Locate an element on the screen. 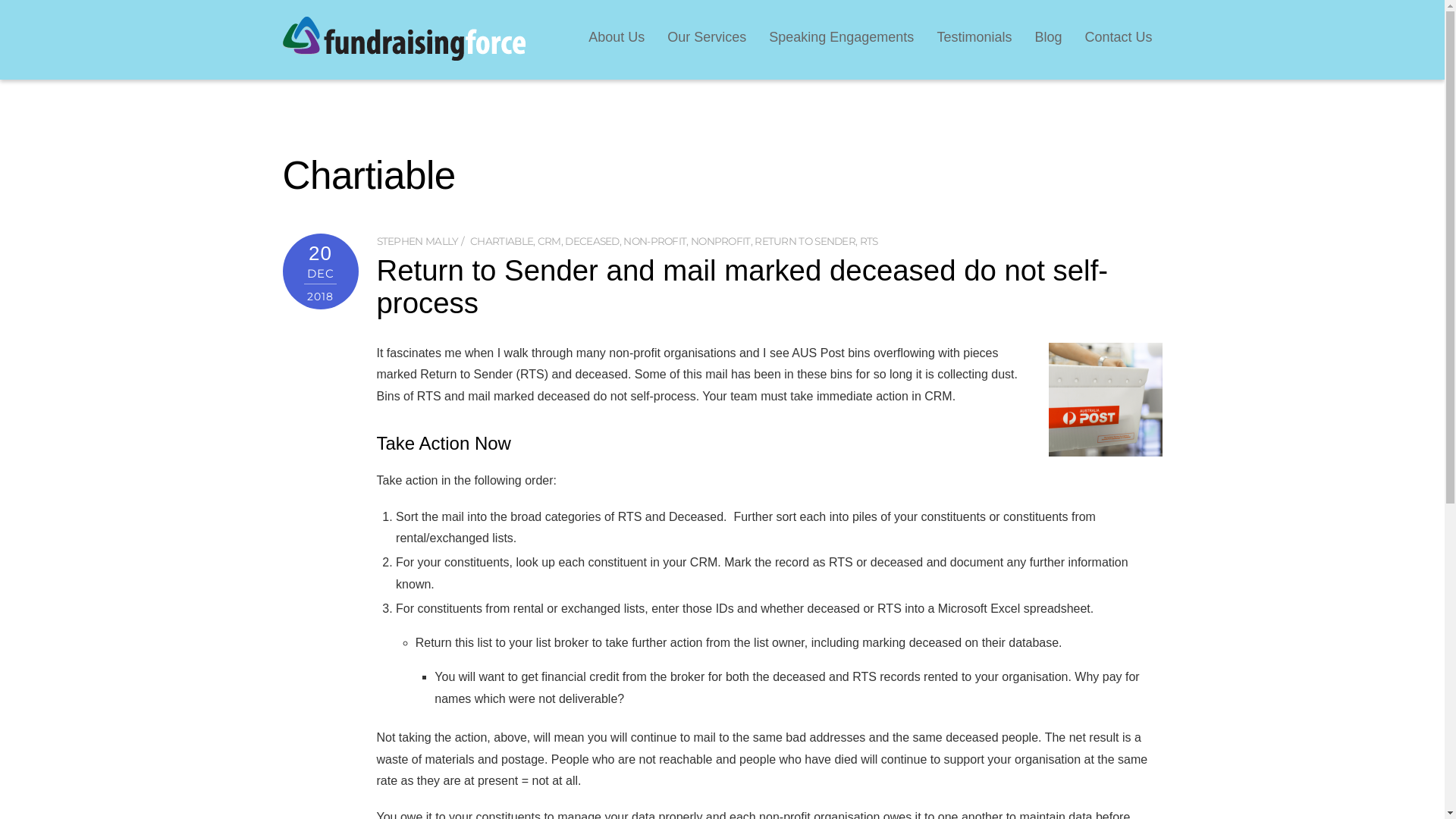 Image resolution: width=1456 pixels, height=819 pixels. 'Blog' is located at coordinates (1047, 34).